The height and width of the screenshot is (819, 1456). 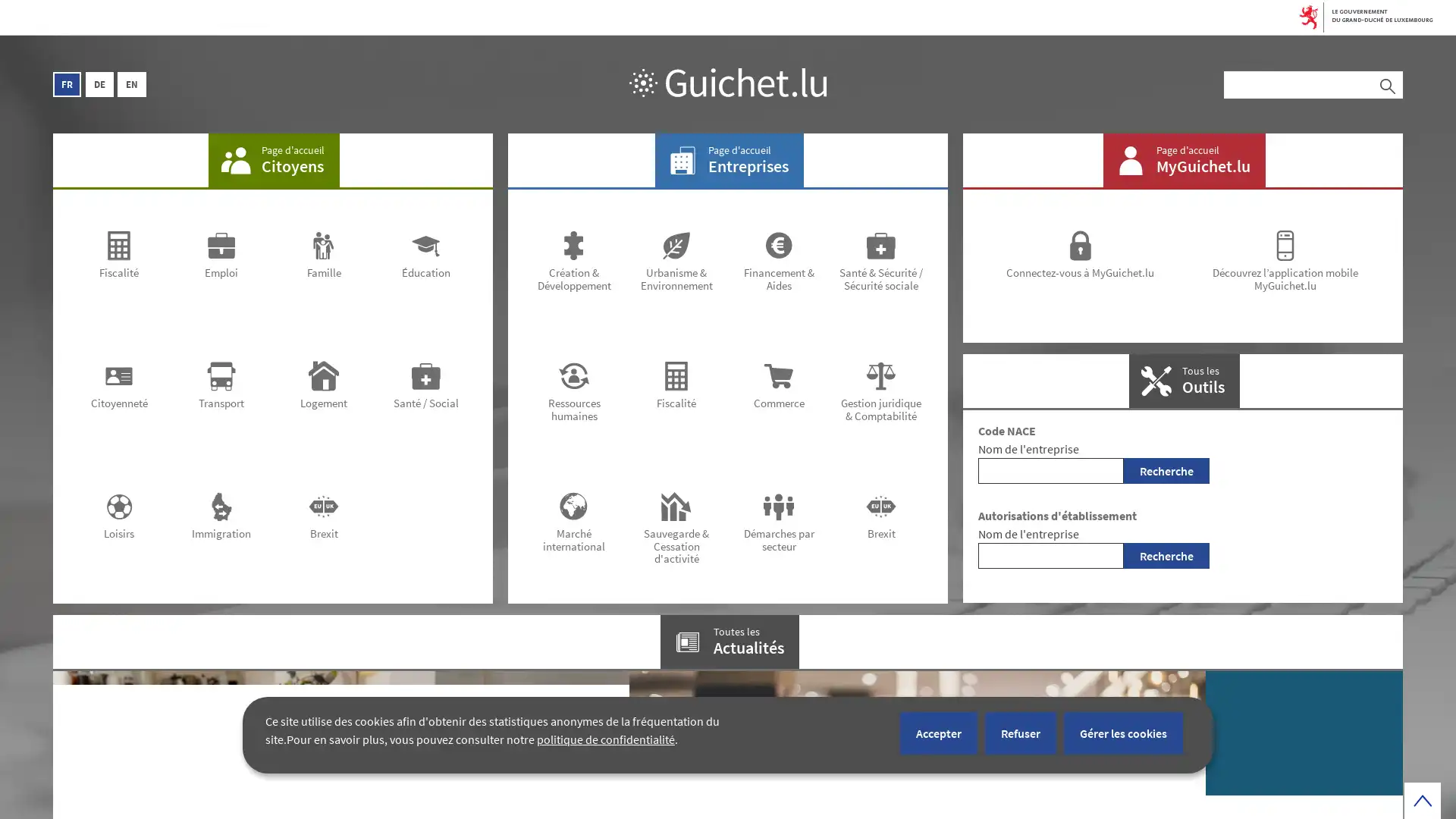 What do you see at coordinates (1123, 733) in the screenshot?
I see `Gerer les cookies` at bounding box center [1123, 733].